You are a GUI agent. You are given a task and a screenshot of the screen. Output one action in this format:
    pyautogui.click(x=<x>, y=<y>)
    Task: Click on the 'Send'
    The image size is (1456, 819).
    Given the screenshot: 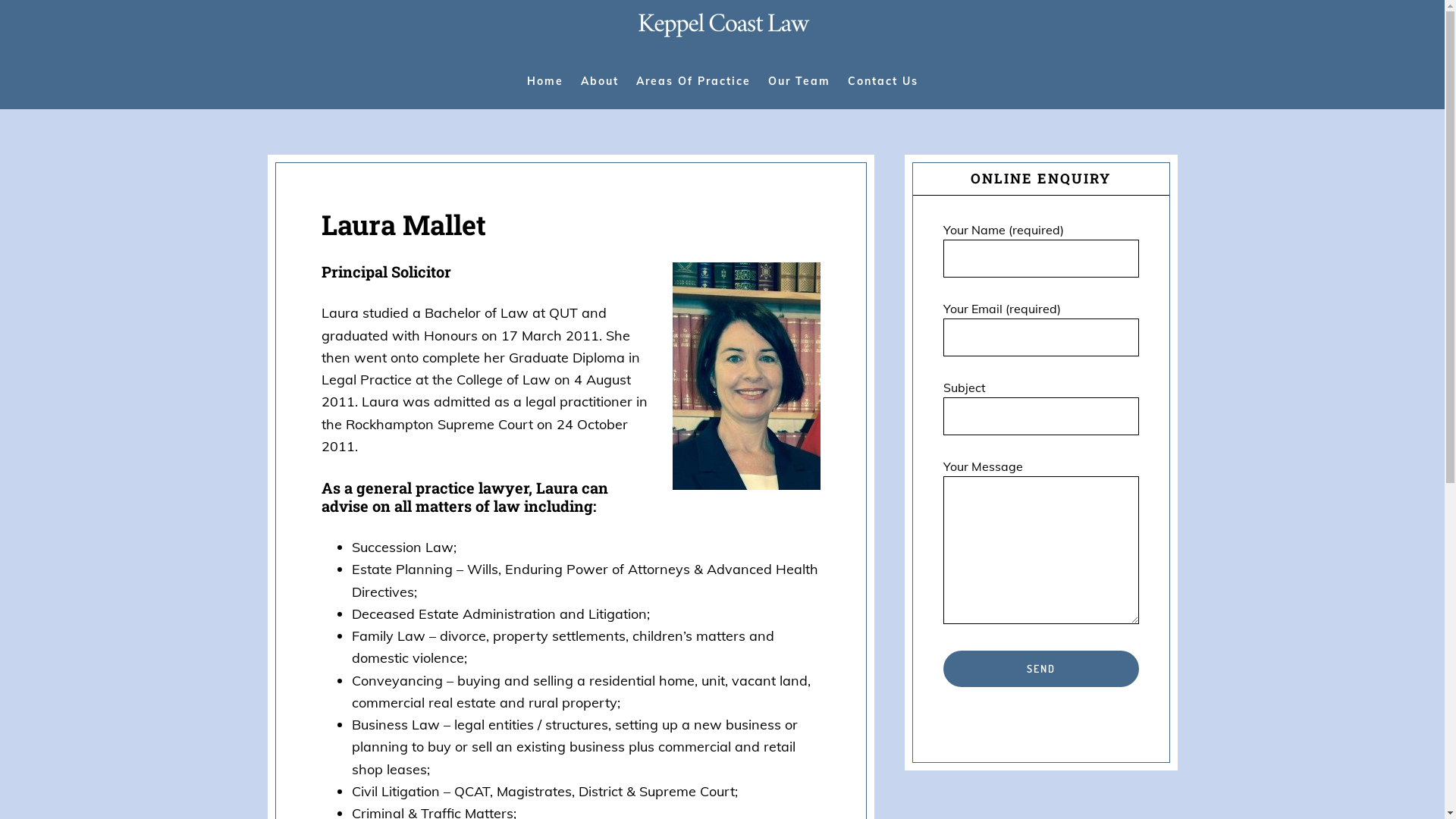 What is the action you would take?
    pyautogui.click(x=1040, y=668)
    